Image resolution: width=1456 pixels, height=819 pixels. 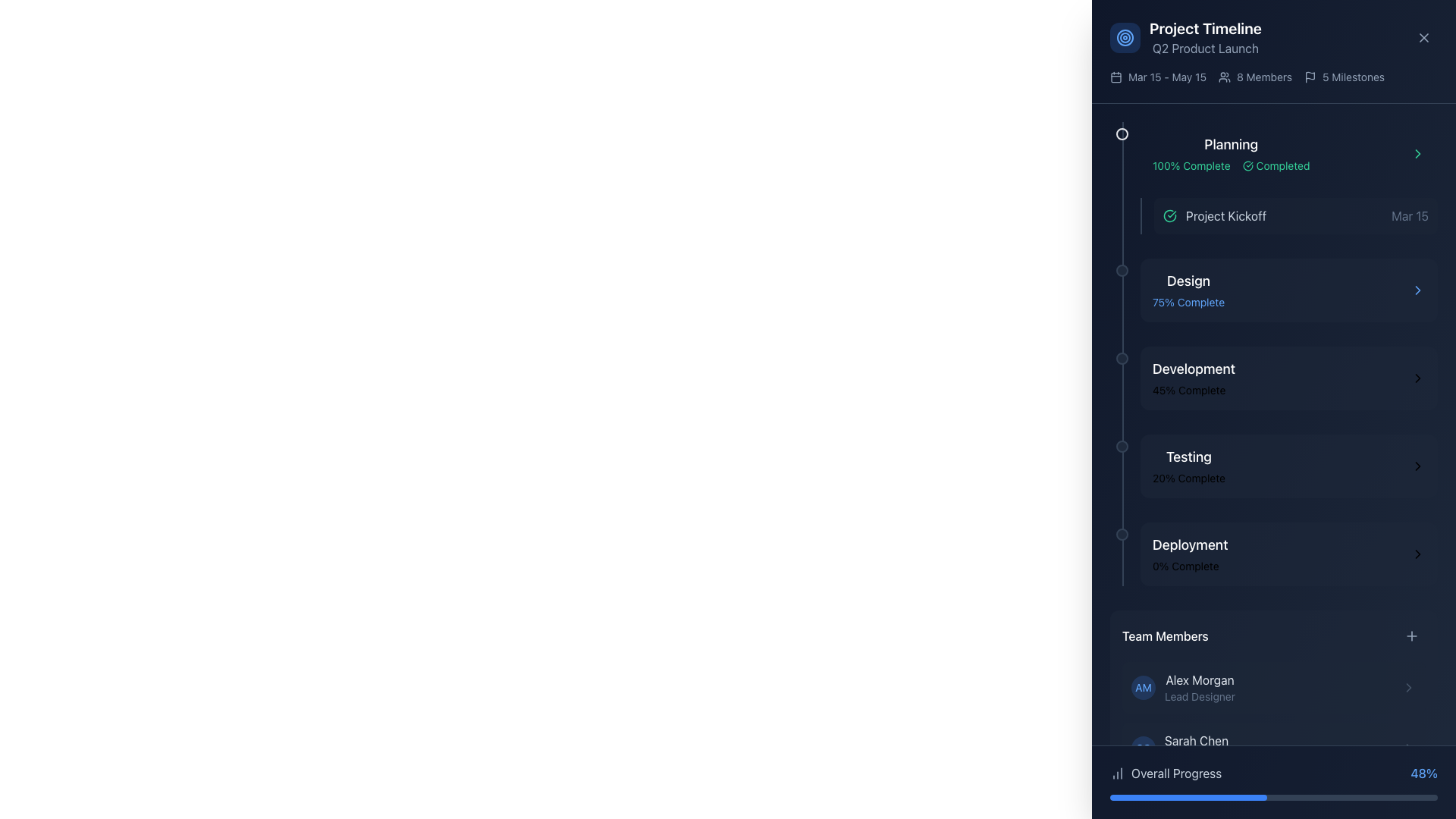 What do you see at coordinates (1188, 479) in the screenshot?
I see `text content of the progress indicator element that shows the testing phase is 20% complete, located beneath the 'Testing' heading in the project timeline section` at bounding box center [1188, 479].